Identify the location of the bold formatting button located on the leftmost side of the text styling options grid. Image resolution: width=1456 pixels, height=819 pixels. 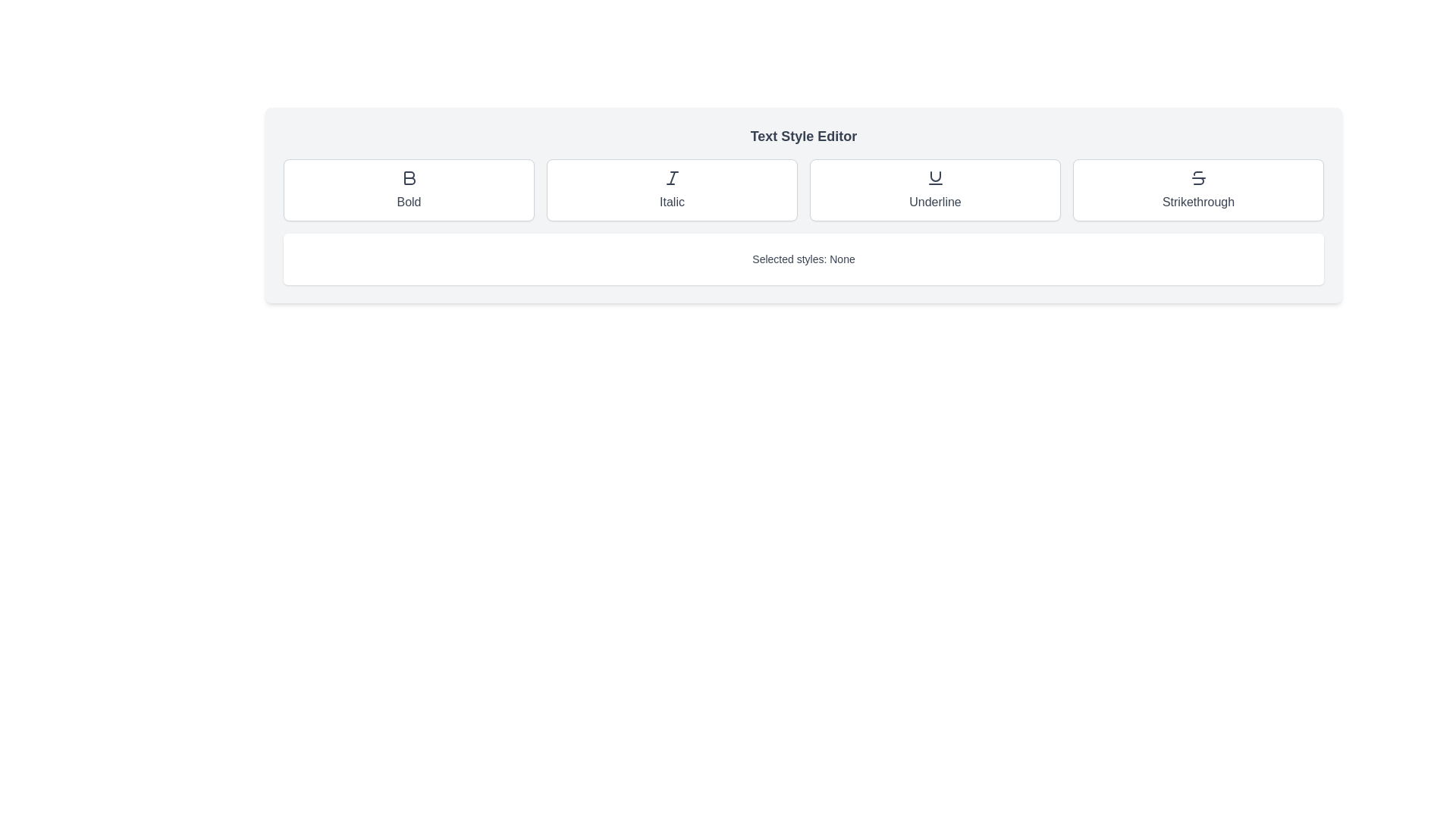
(409, 189).